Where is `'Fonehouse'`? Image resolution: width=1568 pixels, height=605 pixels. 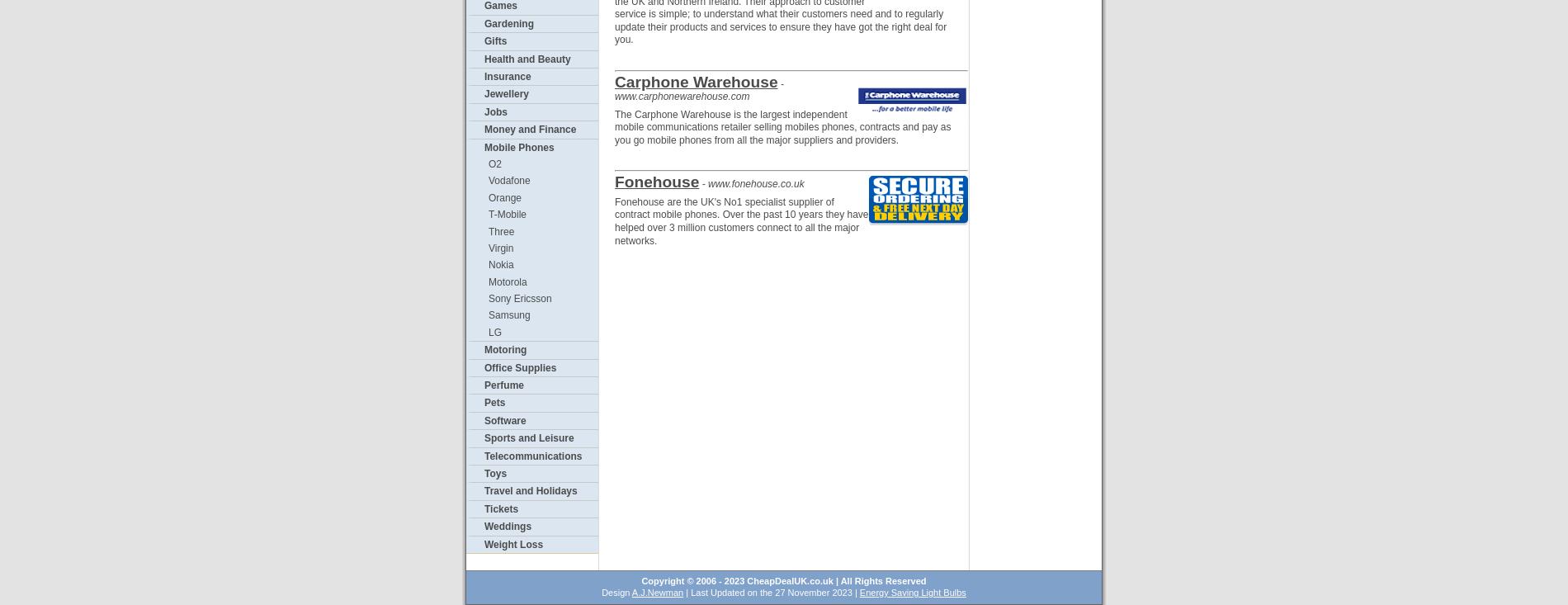
'Fonehouse' is located at coordinates (655, 181).